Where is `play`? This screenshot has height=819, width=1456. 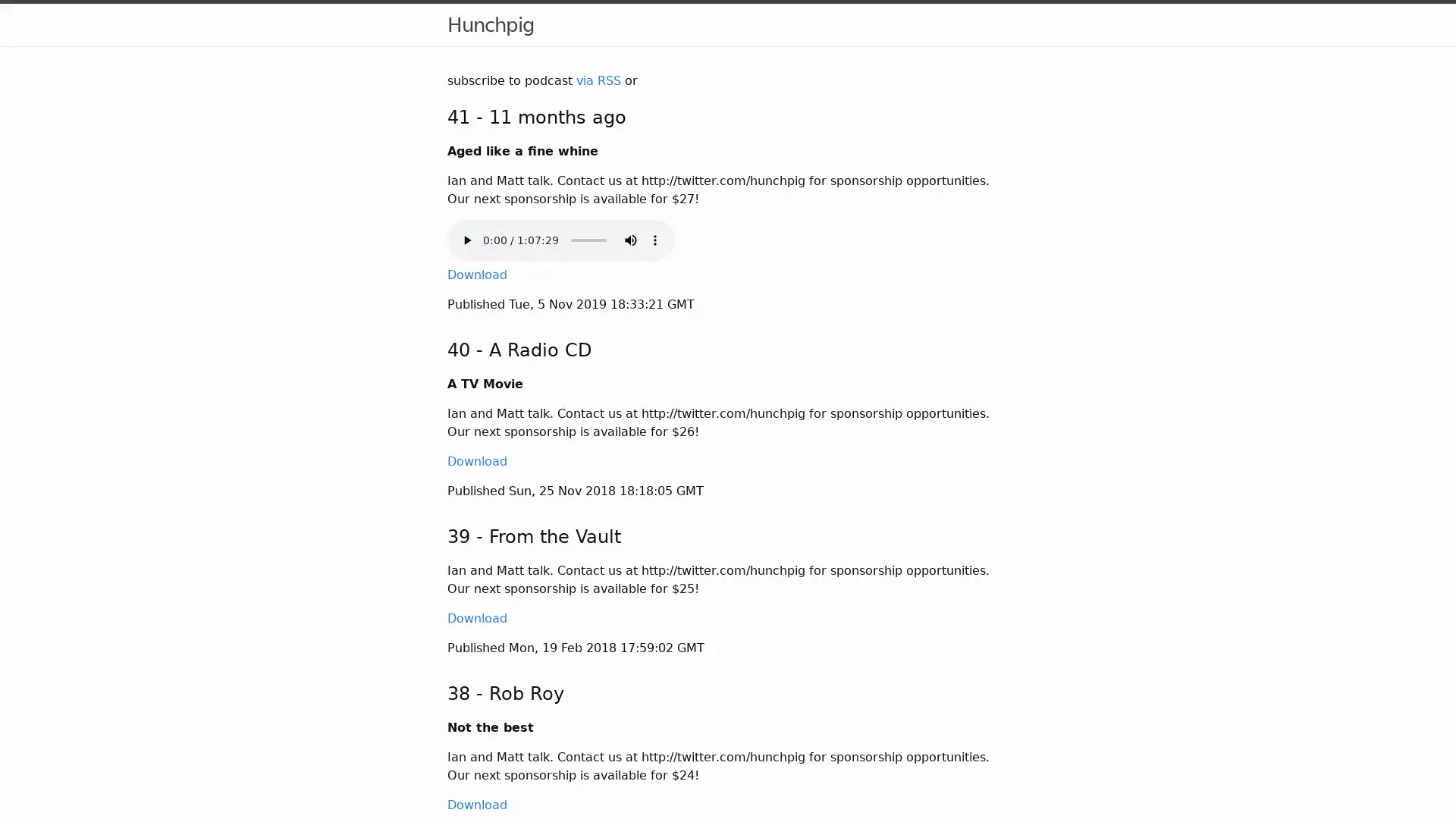 play is located at coordinates (466, 239).